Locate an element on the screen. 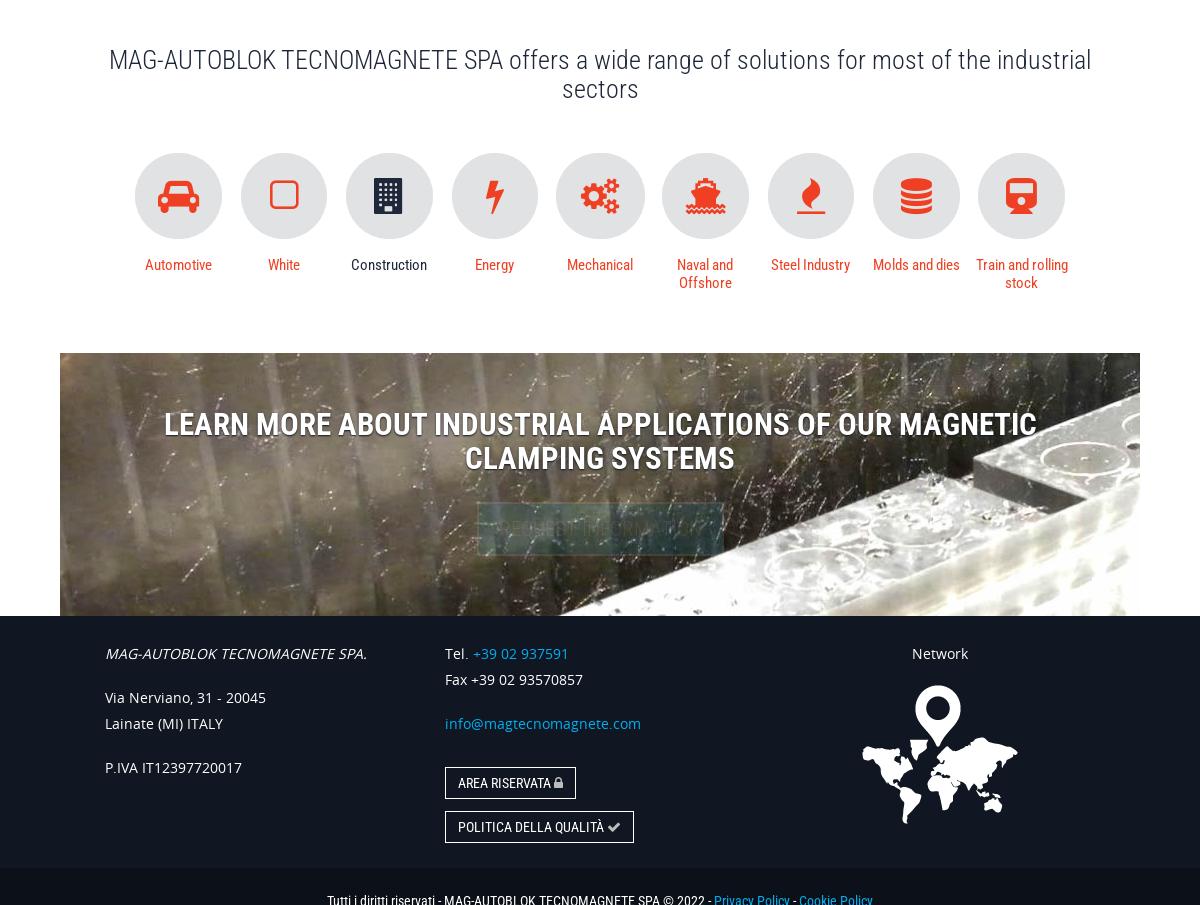 This screenshot has height=905, width=1200. 'Train and rolling stock' is located at coordinates (1020, 273).